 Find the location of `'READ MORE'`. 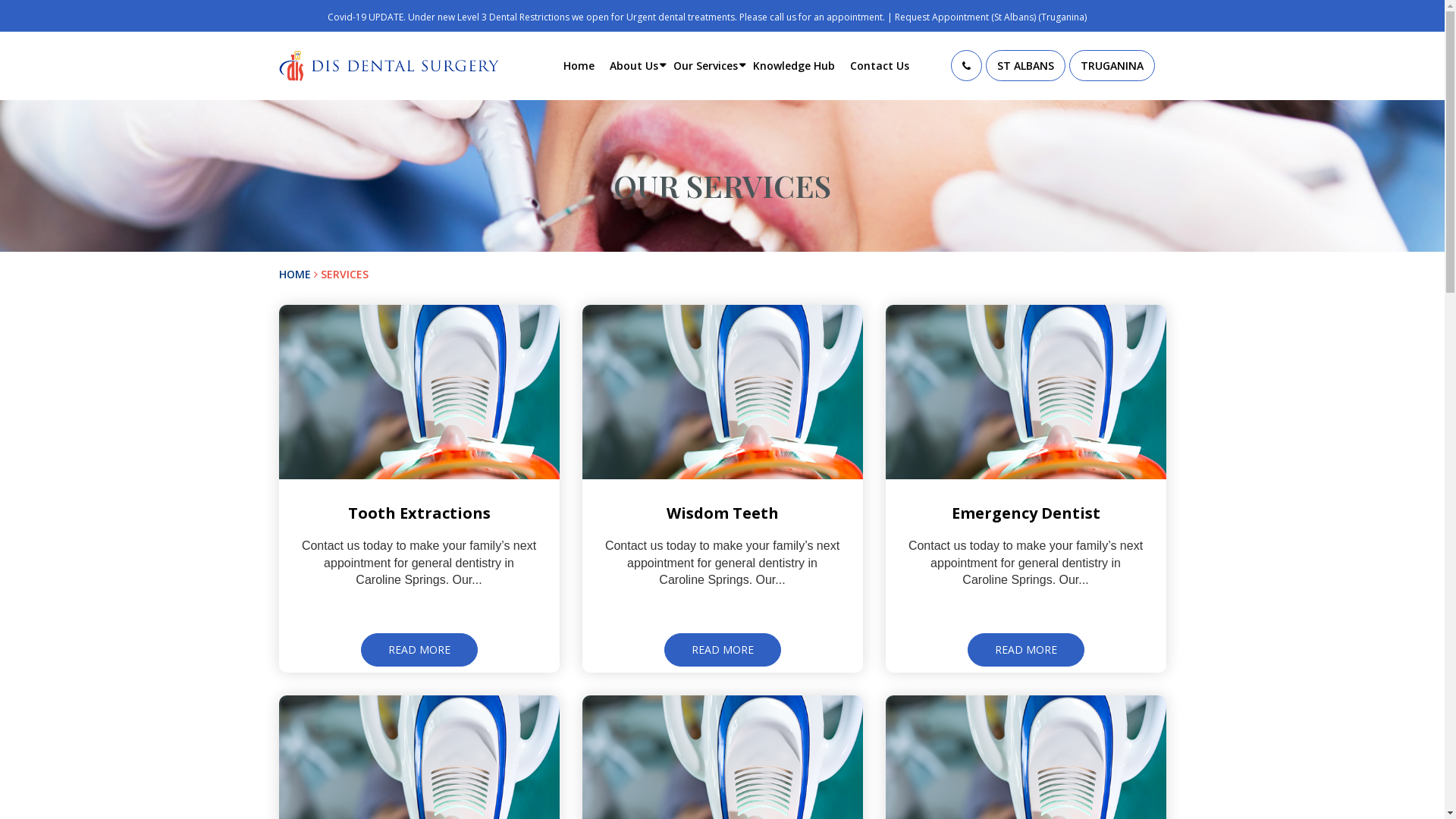

'READ MORE' is located at coordinates (1026, 648).